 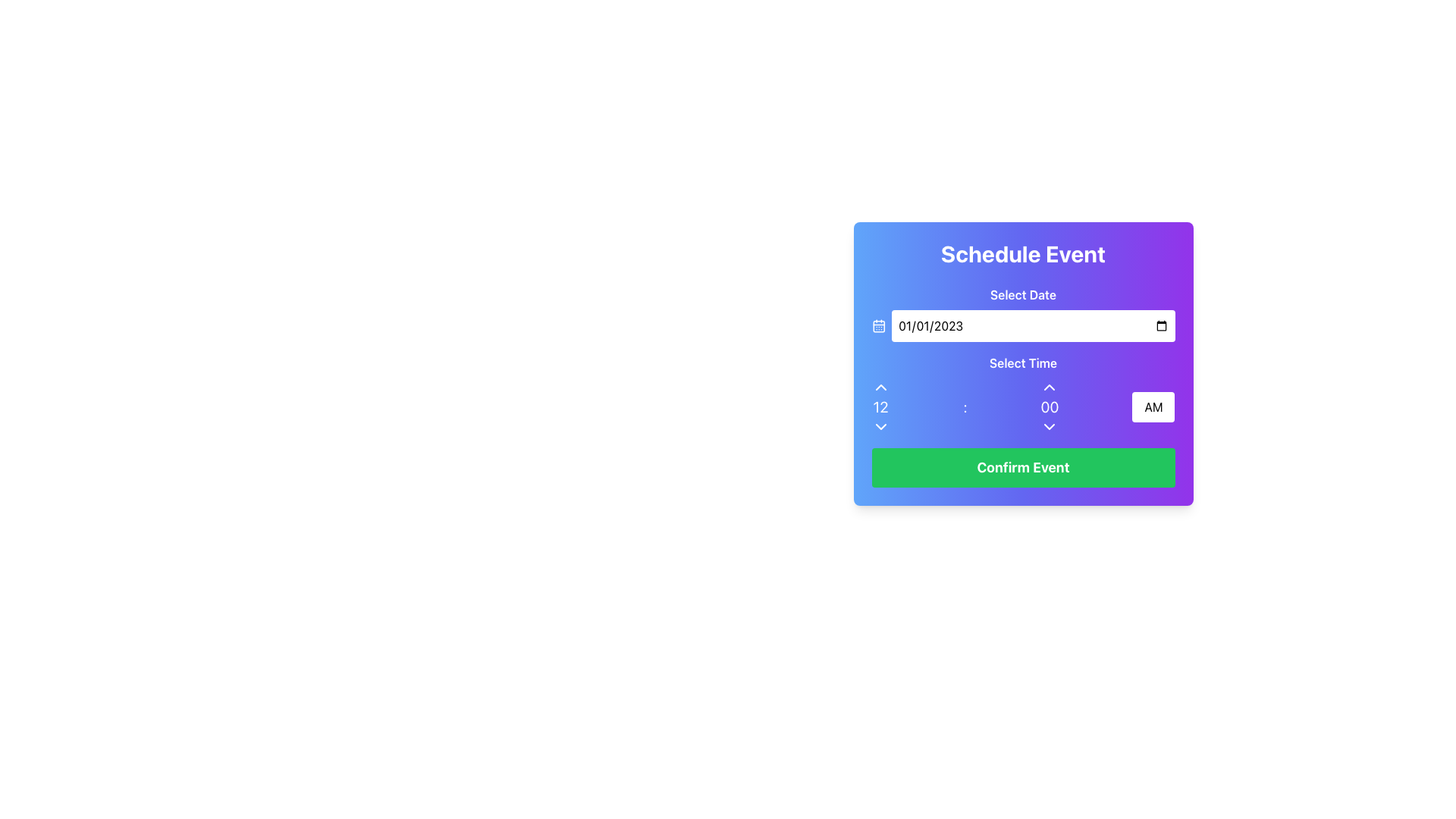 What do you see at coordinates (1023, 467) in the screenshot?
I see `the confirm button located below the 'Select Time' section within the event scheduling panel to trigger hover effects` at bounding box center [1023, 467].